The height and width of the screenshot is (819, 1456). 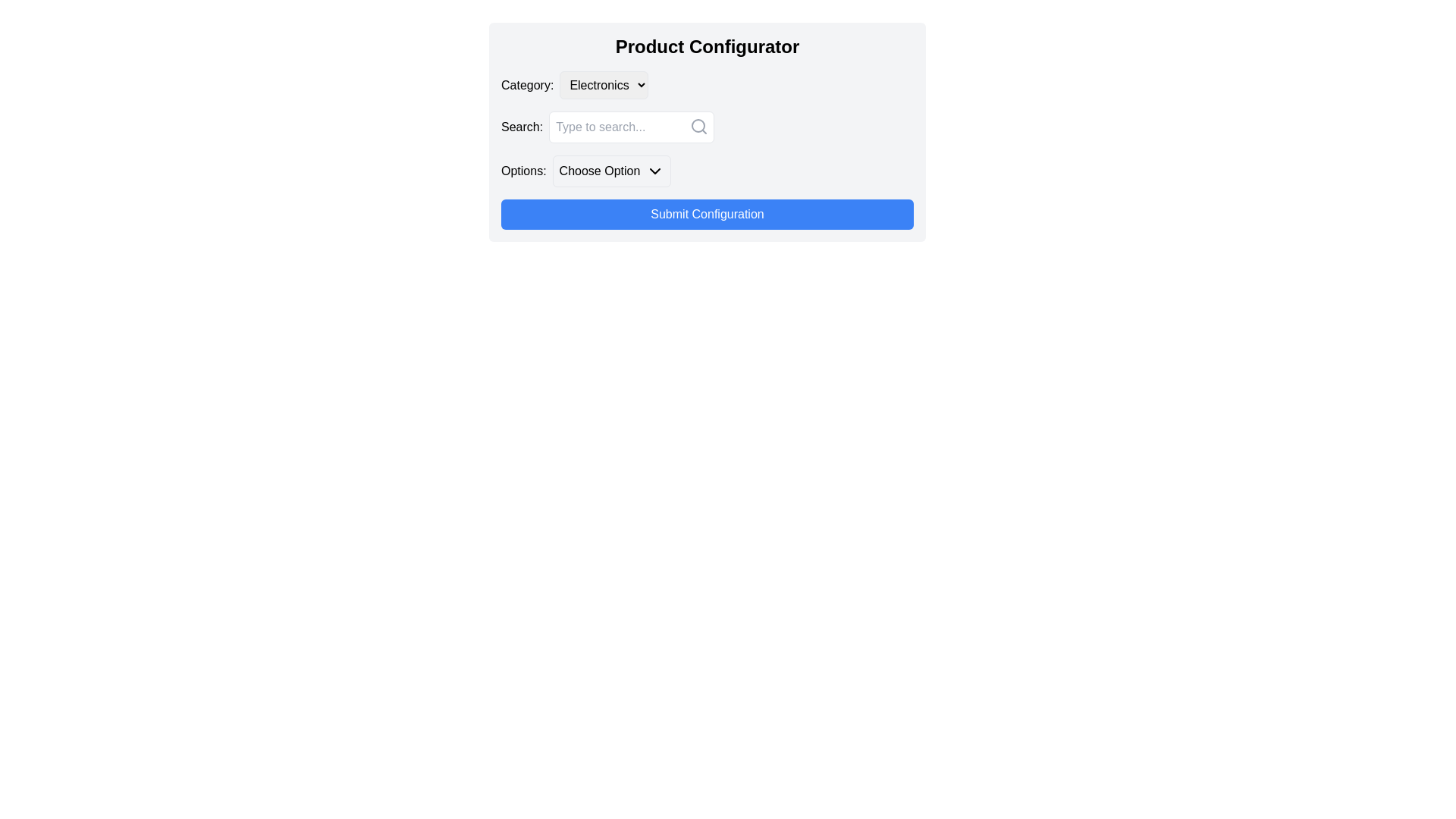 What do you see at coordinates (527, 85) in the screenshot?
I see `the bolded text label displaying 'Category:' which is positioned near the top-left of the form interface, directly left of the 'Electronics' dropdown` at bounding box center [527, 85].